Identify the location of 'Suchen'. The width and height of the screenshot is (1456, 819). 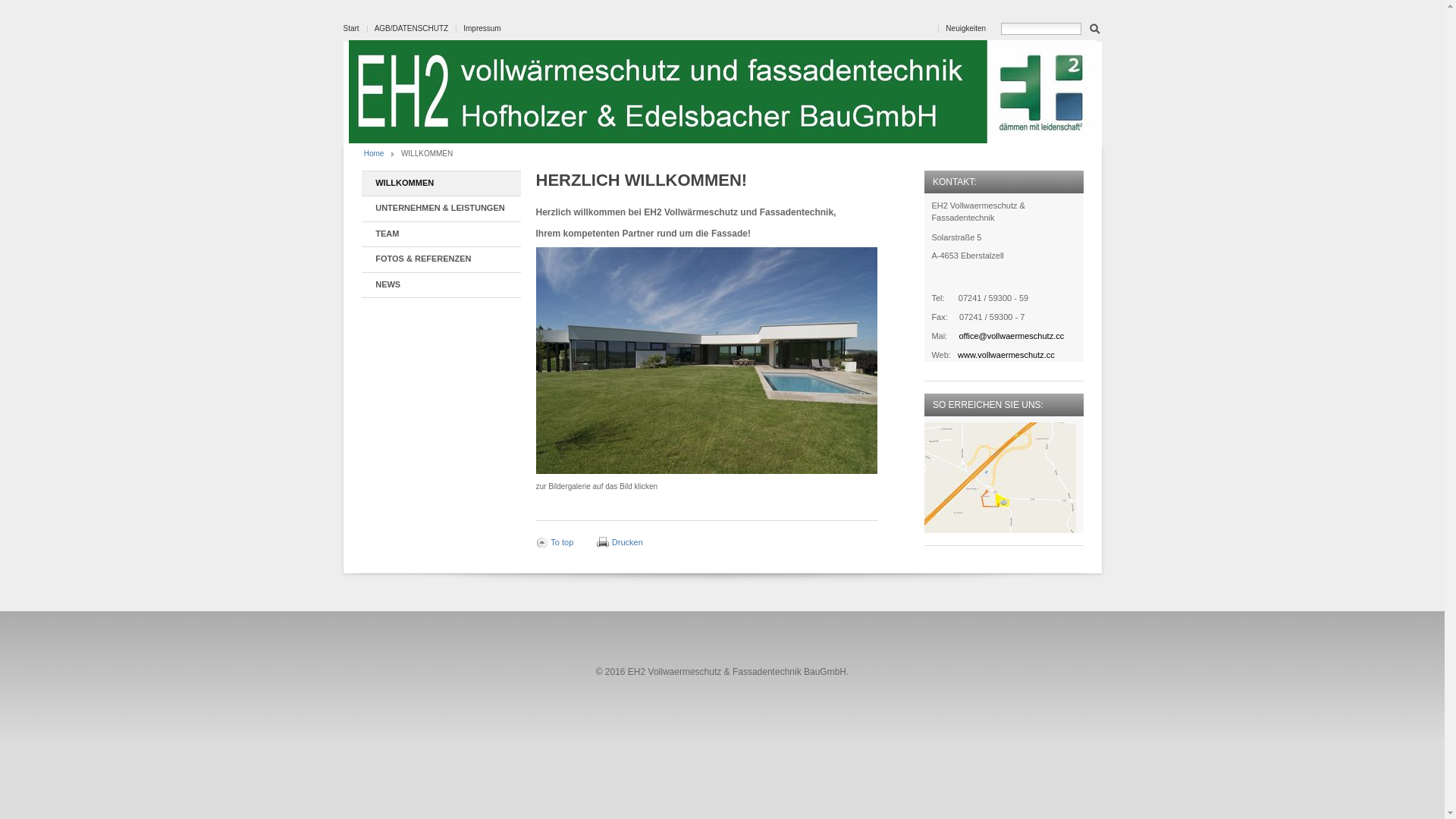
(1087, 27).